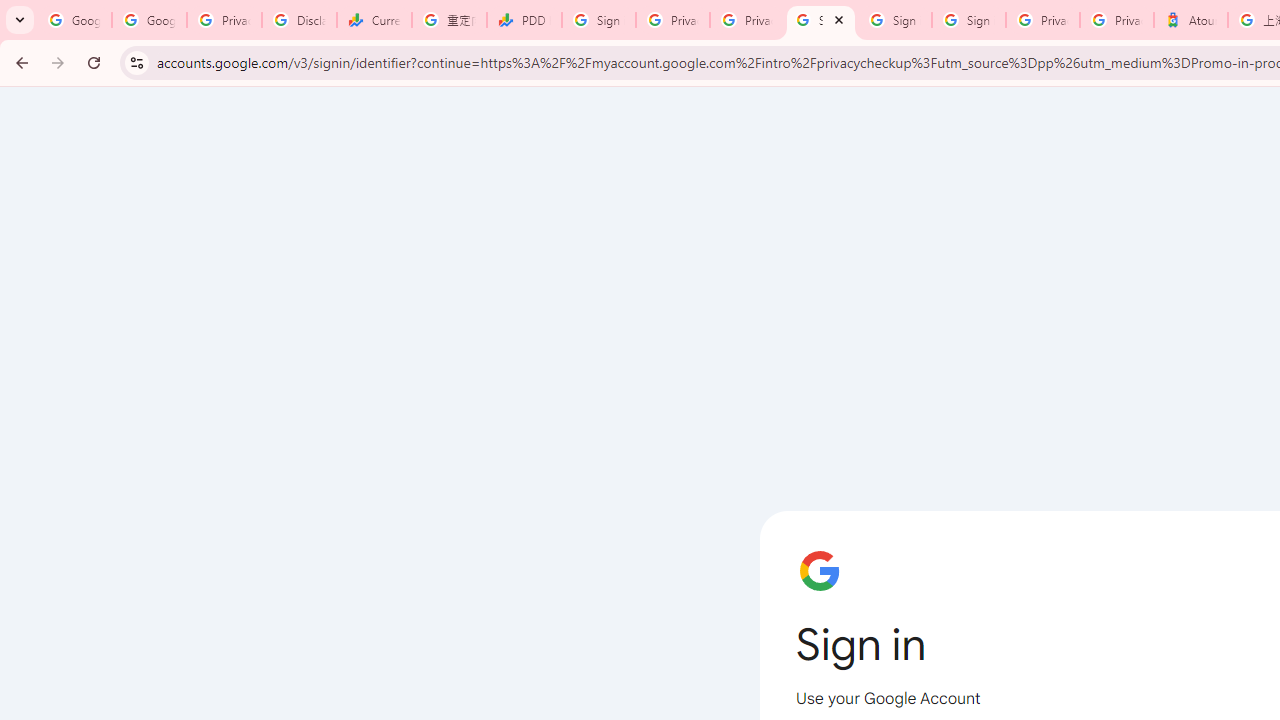 This screenshot has width=1280, height=720. I want to click on 'Sign in - Google Accounts', so click(893, 20).